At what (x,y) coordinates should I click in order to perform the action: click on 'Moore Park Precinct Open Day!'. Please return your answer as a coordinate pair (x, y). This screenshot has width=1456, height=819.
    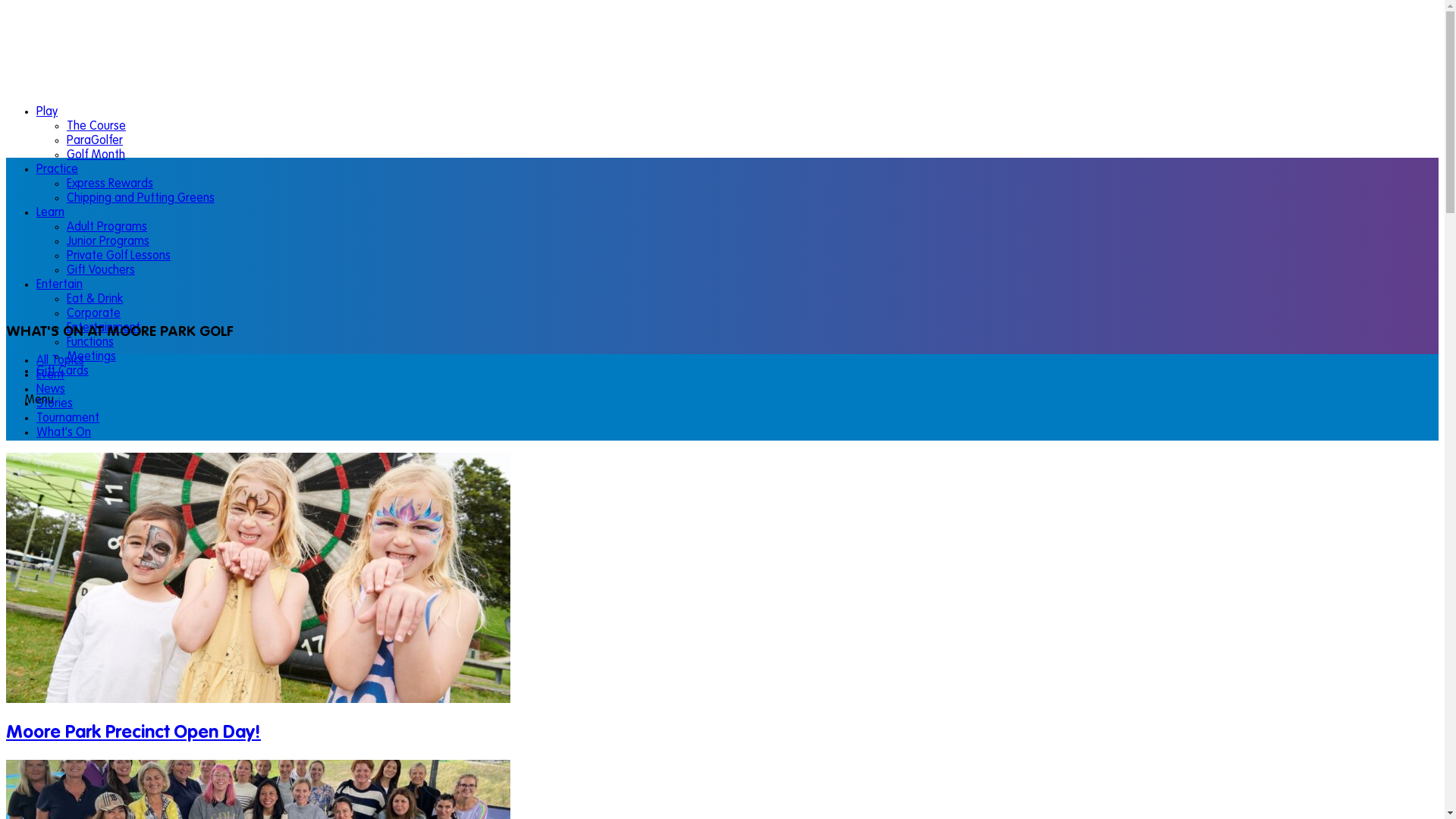
    Looking at the image, I should click on (133, 733).